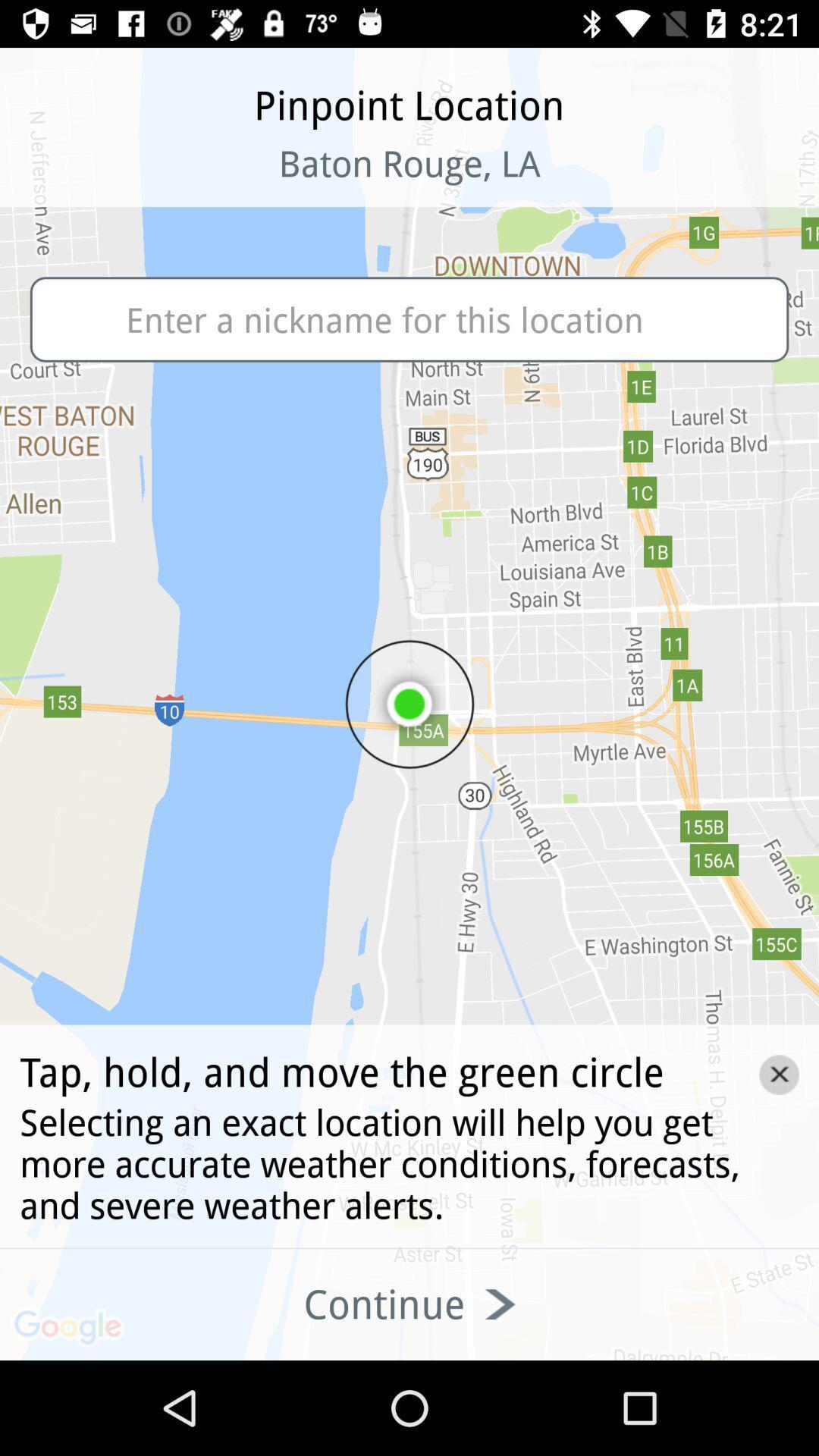  Describe the element at coordinates (99, 182) in the screenshot. I see `the more icon` at that location.